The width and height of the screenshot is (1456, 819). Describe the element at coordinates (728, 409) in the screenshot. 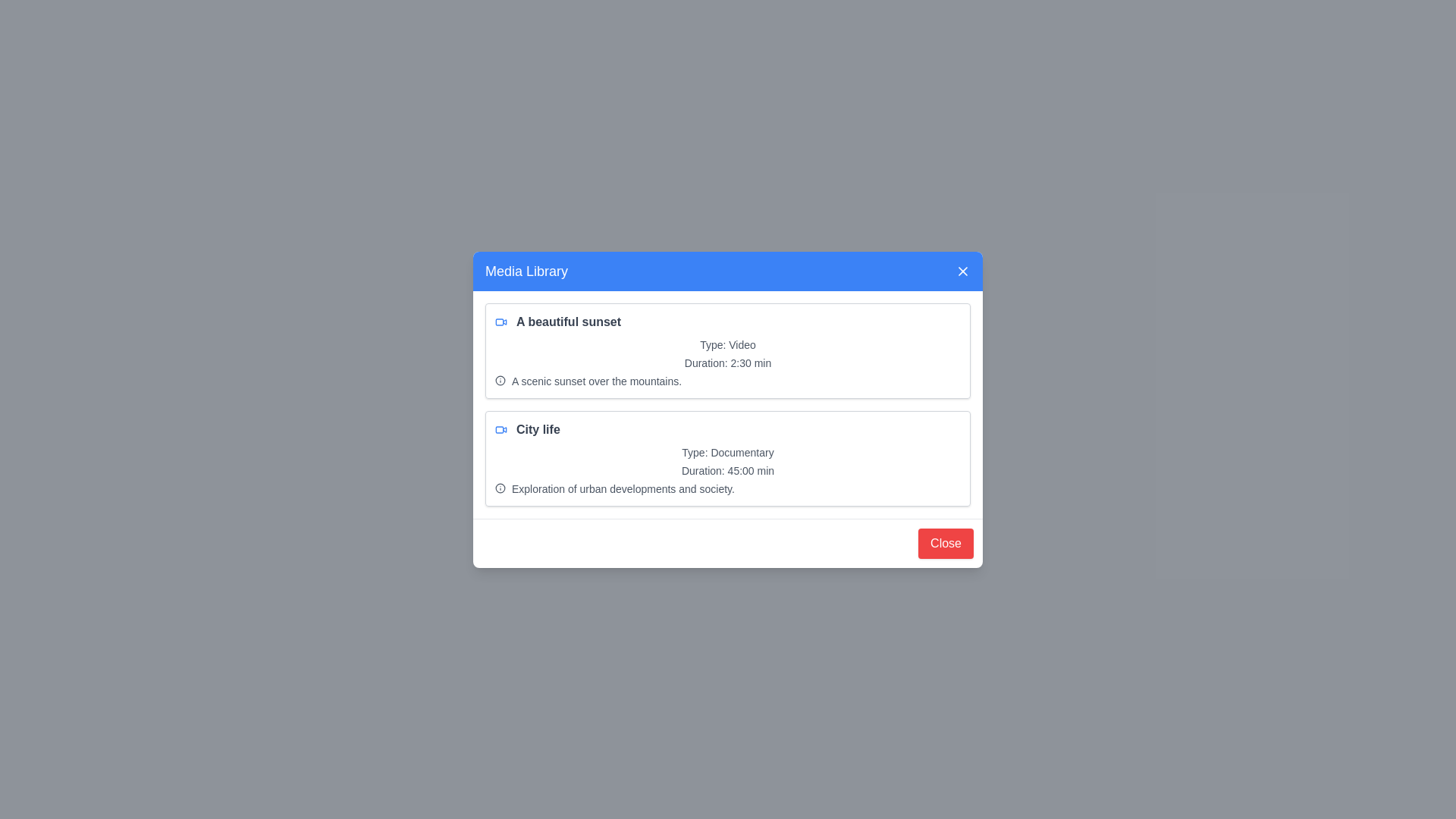

I see `the media card displayed in the modal dialog labeled 'A beautiful sunset' or 'City life' to interact with their content` at that location.